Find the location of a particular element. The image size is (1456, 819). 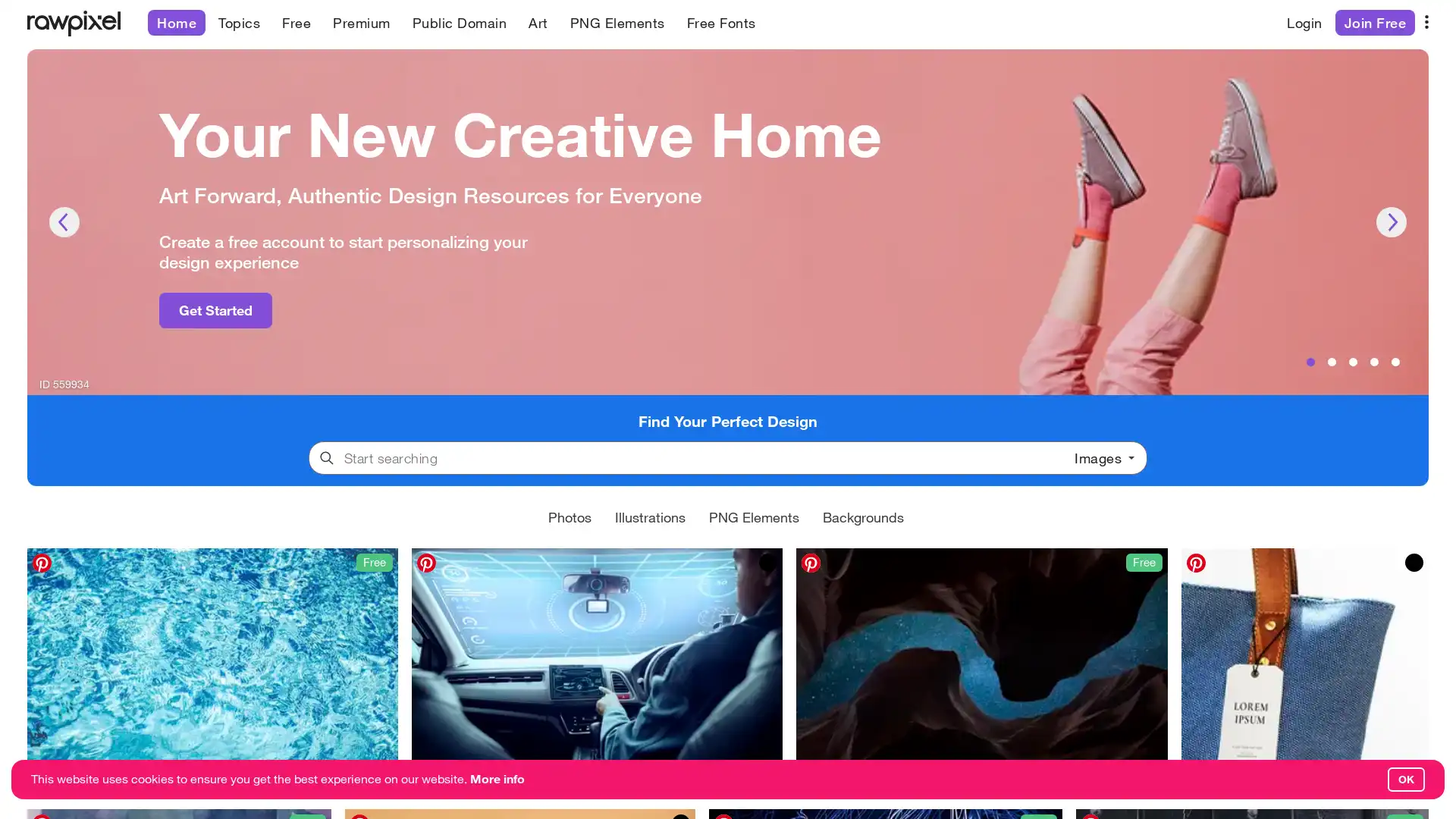

Save is located at coordinates (52, 780).